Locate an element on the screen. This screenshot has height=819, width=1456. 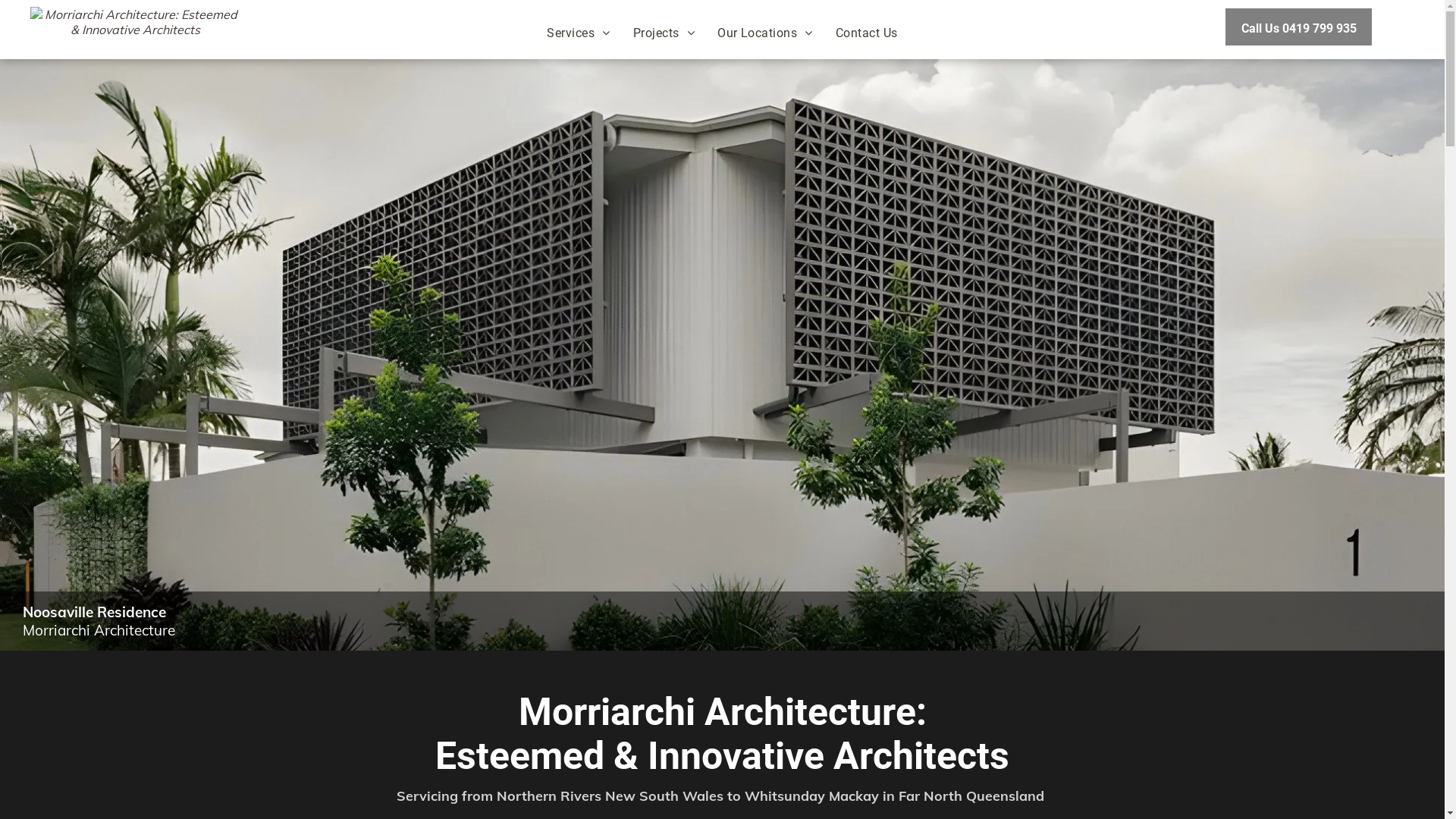
'Morriarchi Architecture: Esteemed & Innovative Architects' is located at coordinates (135, 27).